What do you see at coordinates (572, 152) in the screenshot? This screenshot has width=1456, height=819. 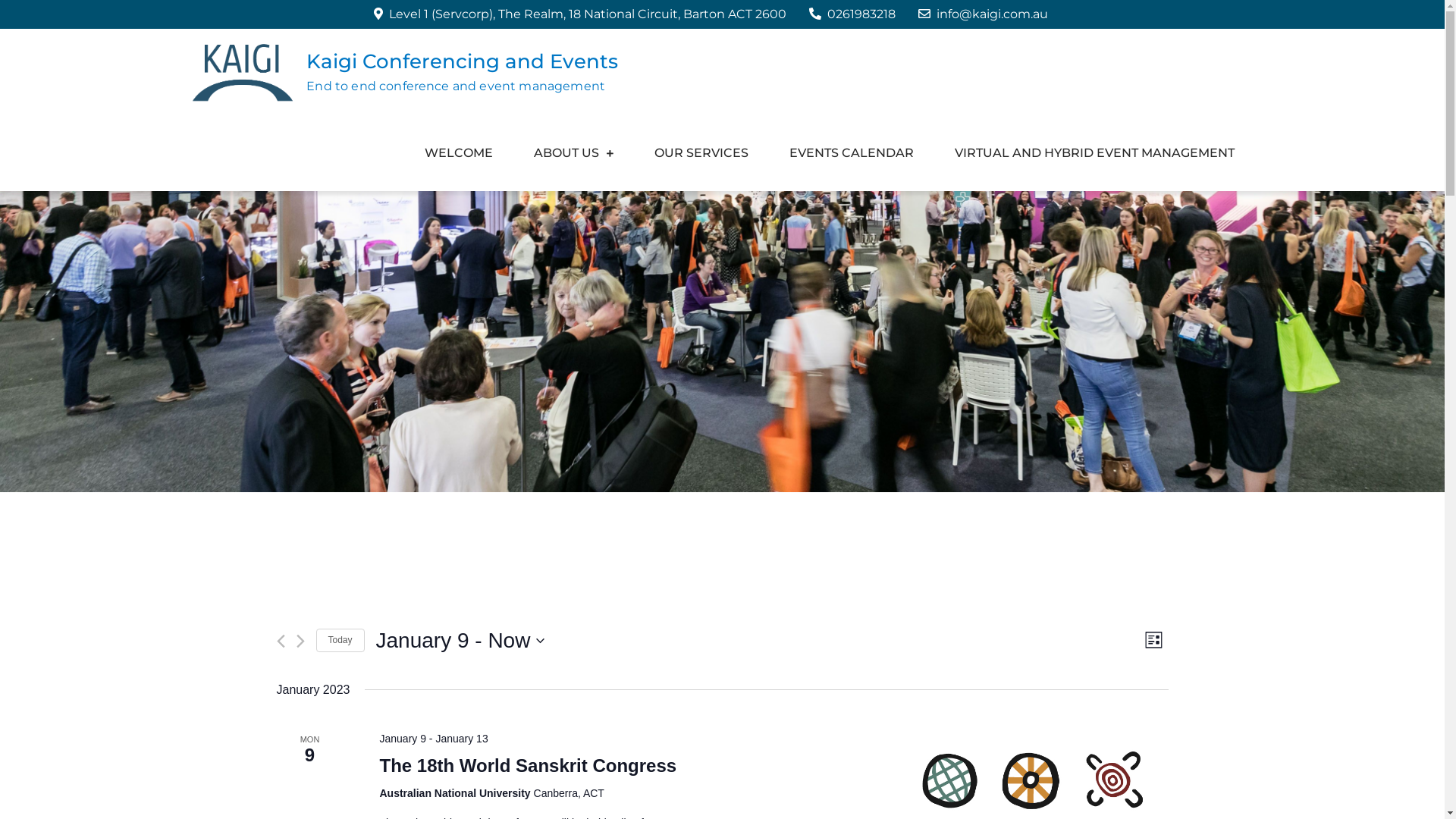 I see `'ABOUT US'` at bounding box center [572, 152].